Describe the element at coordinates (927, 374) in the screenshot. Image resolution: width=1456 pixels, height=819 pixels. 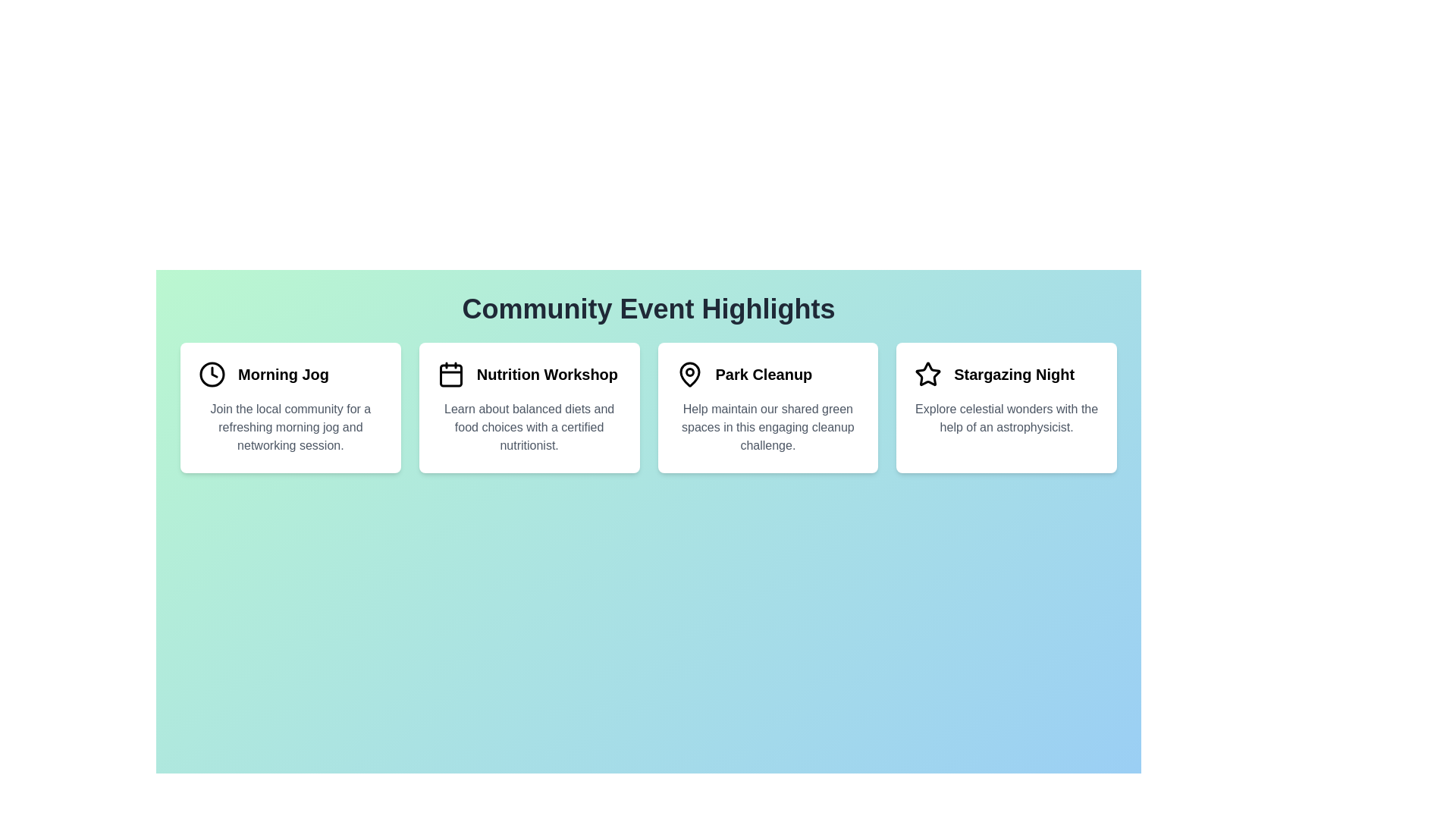
I see `the decorative icon representing 'Stargazing Night' located in the bottom right corner of the fourth card adjacent to the text heading` at that location.